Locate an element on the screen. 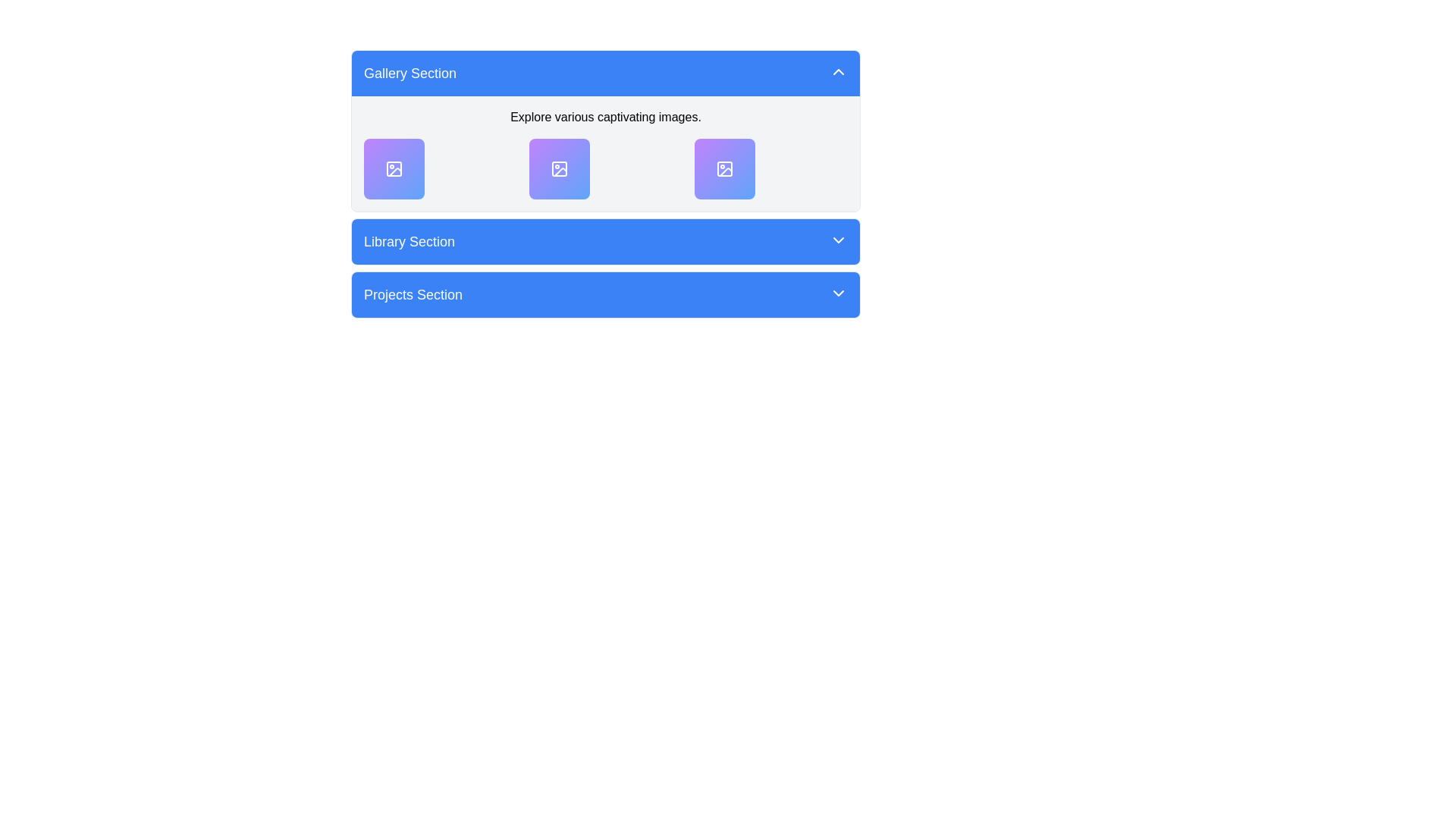 The image size is (1456, 819). the icon button located at the far right end of the 'Gallery Section' header bar is located at coordinates (837, 72).